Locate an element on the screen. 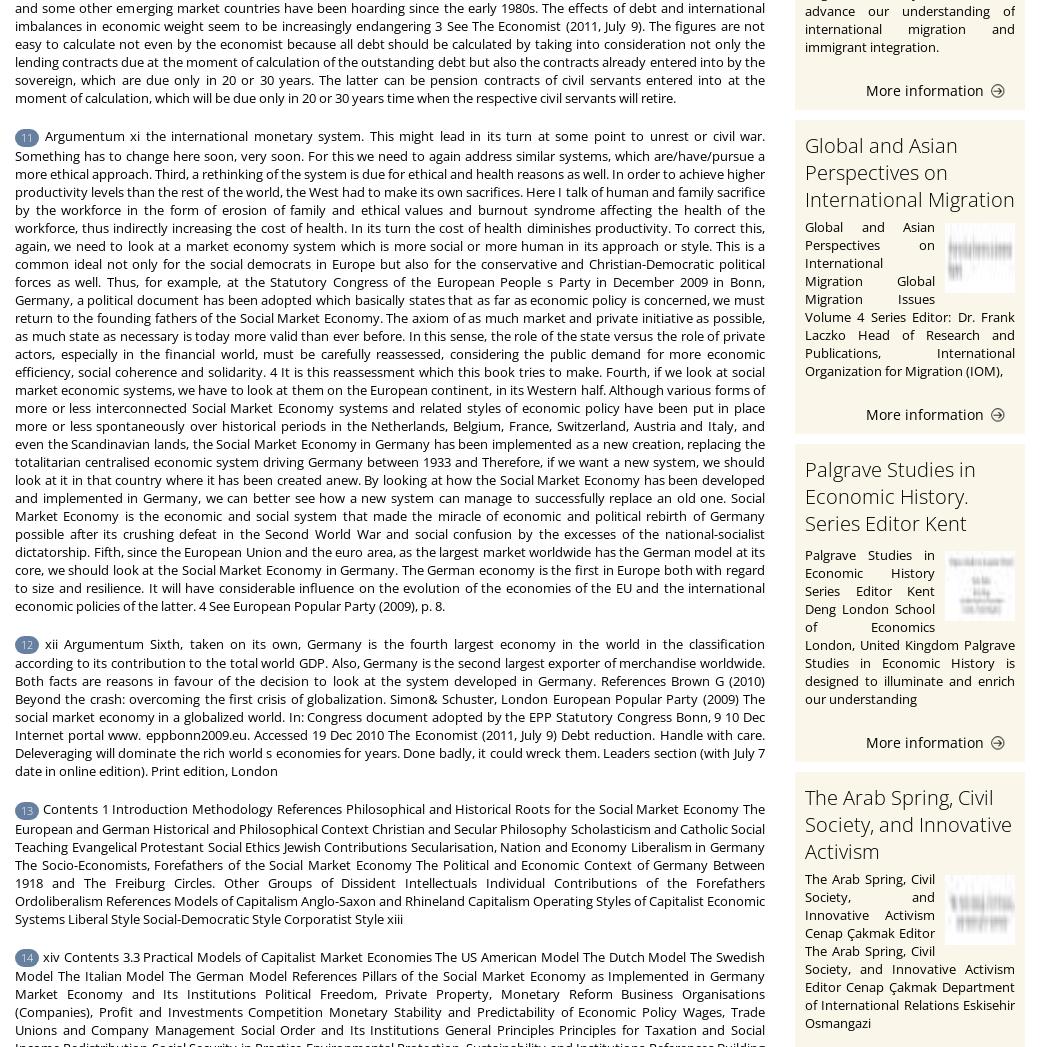 This screenshot has height=1047, width=1050. '11' is located at coordinates (26, 135).